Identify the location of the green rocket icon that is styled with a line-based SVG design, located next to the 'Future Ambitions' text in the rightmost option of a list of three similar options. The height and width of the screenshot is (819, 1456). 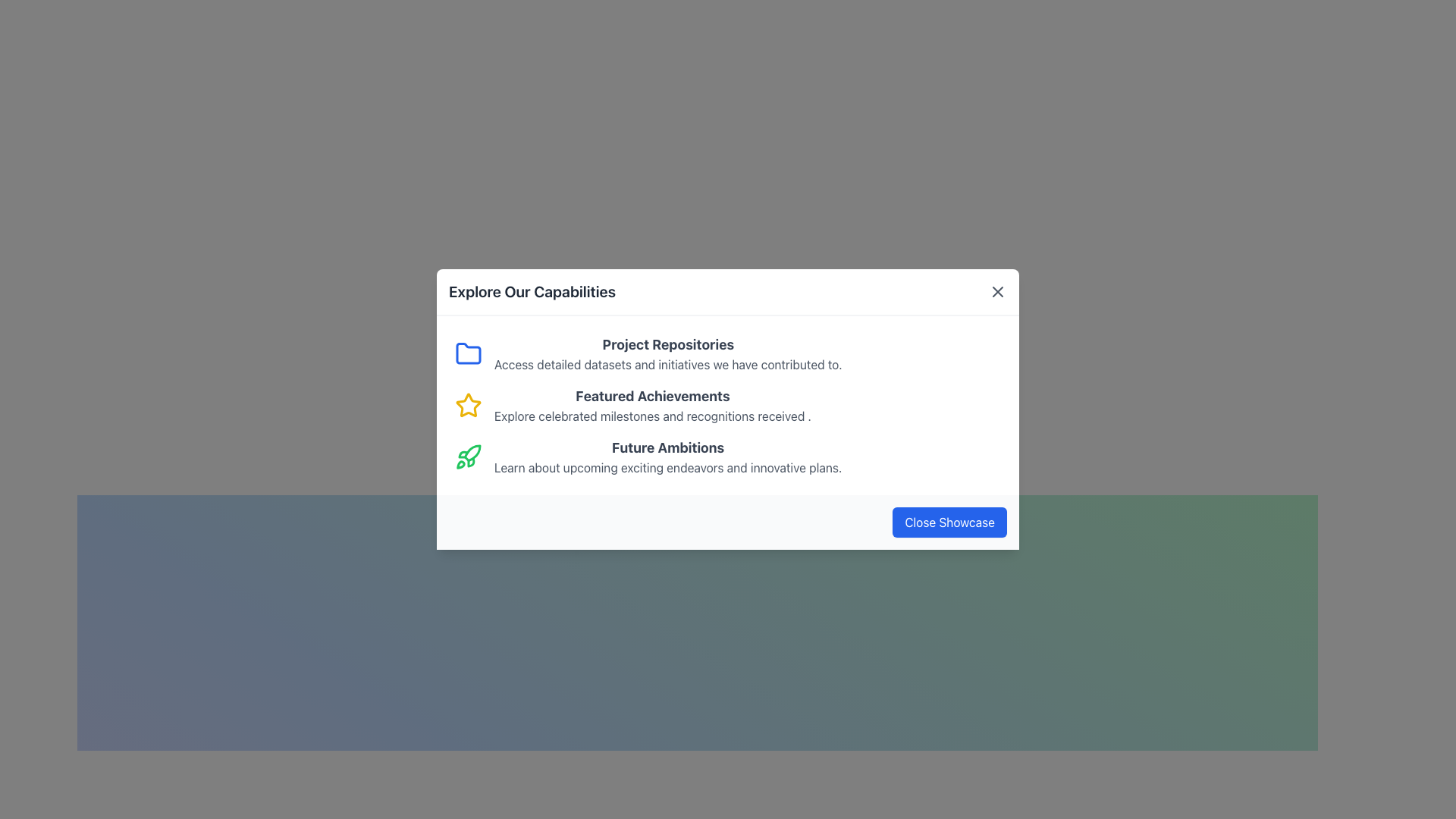
(468, 456).